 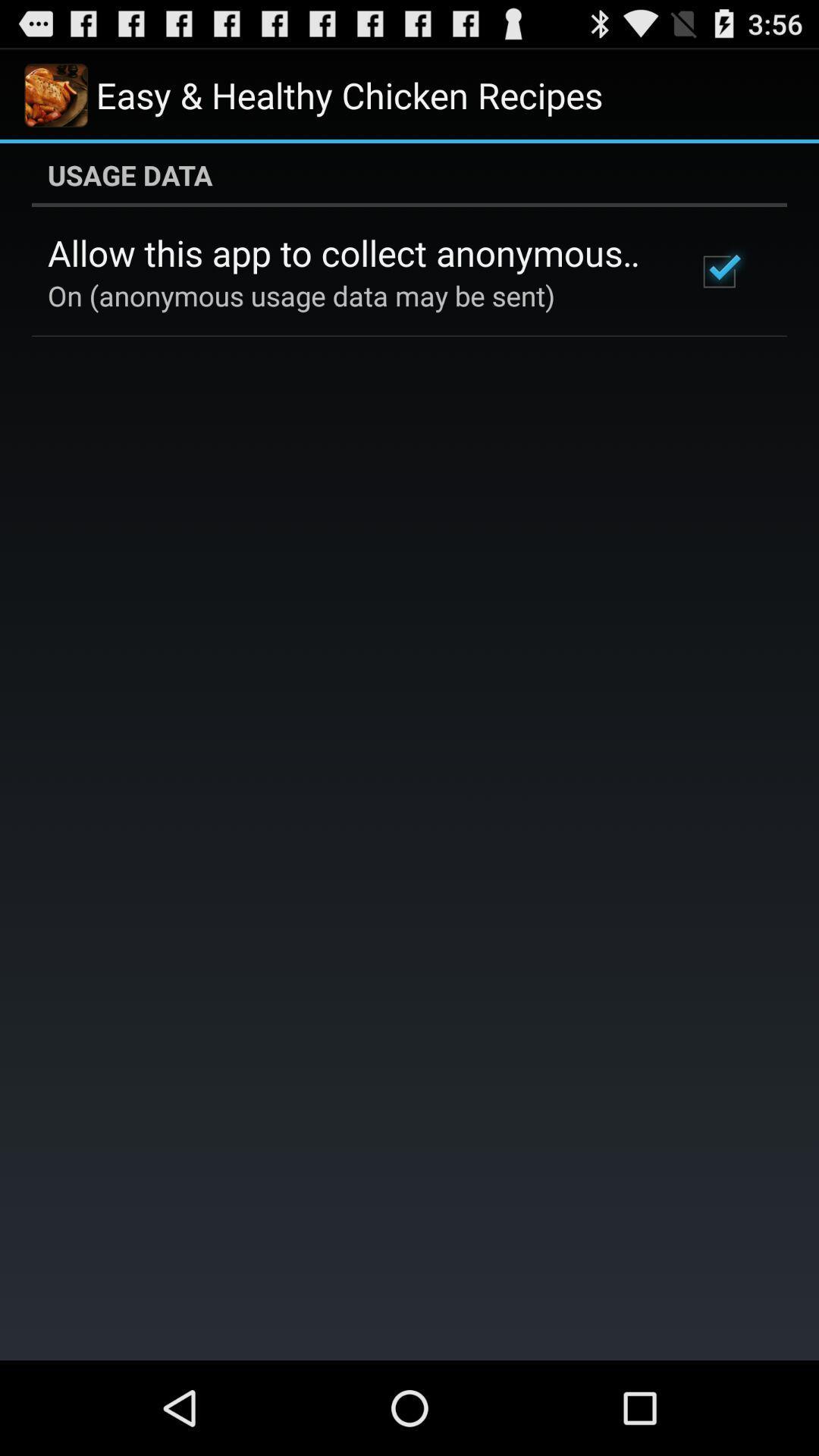 I want to click on the icon below the usage data icon, so click(x=718, y=271).